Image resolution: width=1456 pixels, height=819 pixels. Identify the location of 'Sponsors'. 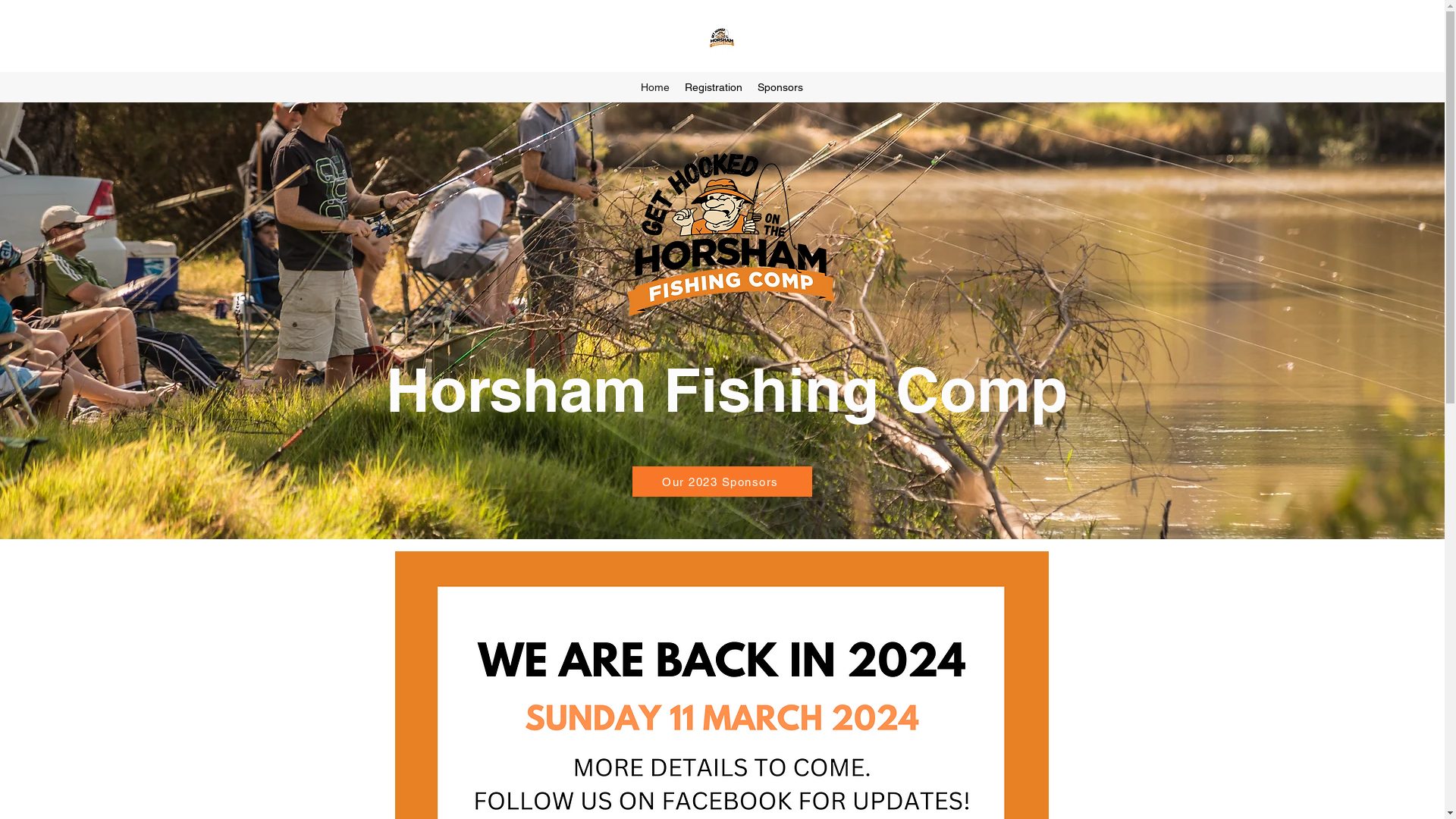
(780, 87).